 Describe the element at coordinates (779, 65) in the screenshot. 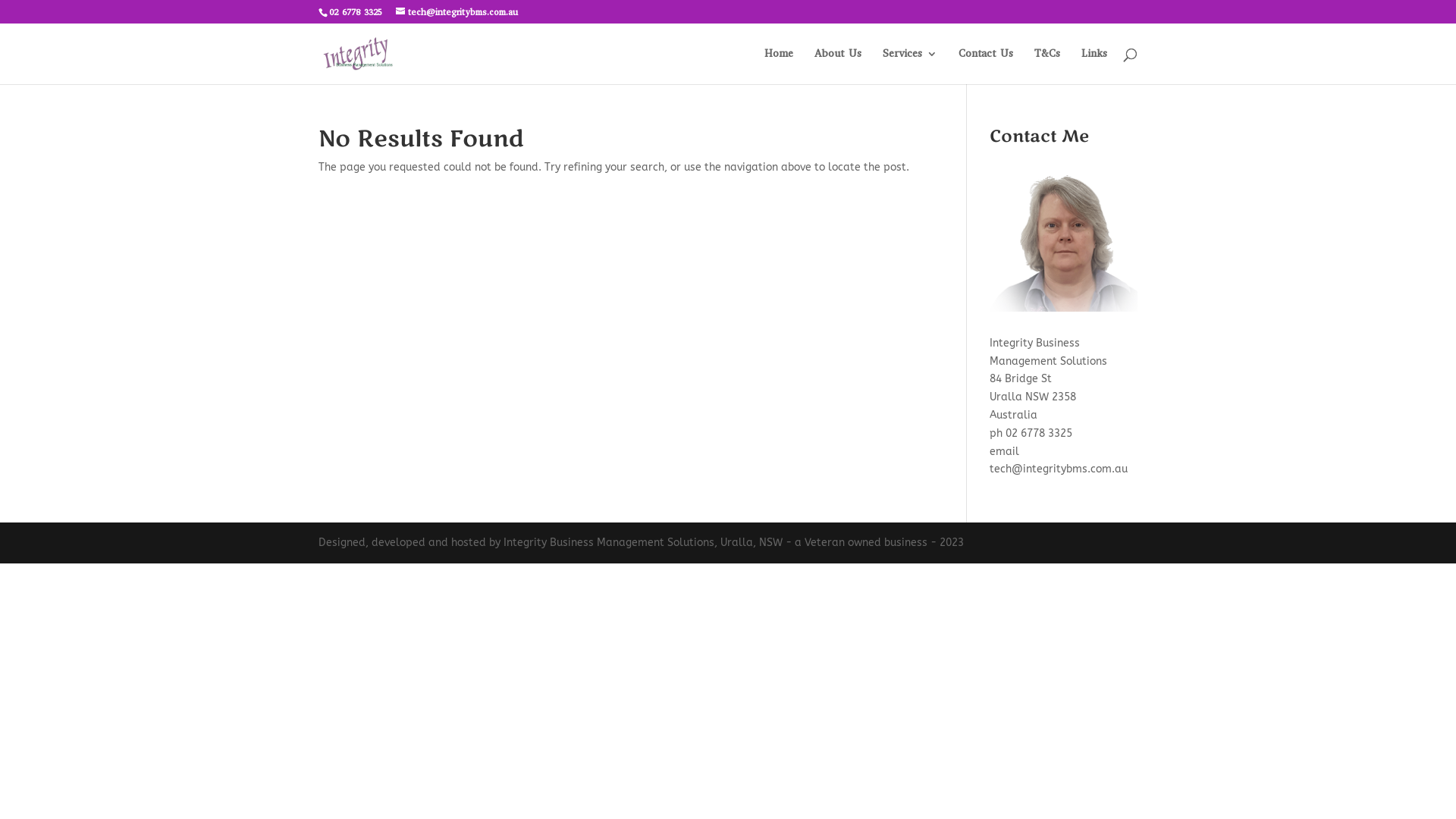

I see `'Home'` at that location.